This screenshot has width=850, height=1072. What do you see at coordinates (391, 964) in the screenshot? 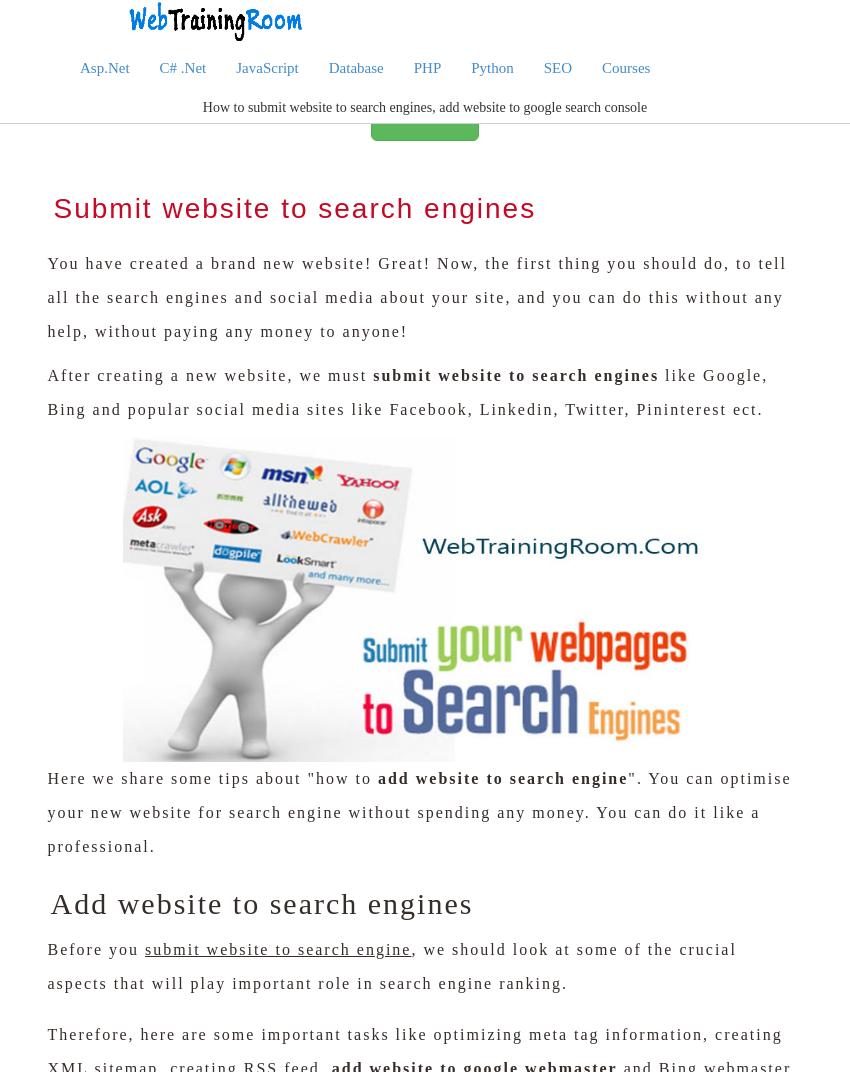
I see `', we should look at some of the crucial aspects that will play important role in search engine ranking.'` at bounding box center [391, 964].